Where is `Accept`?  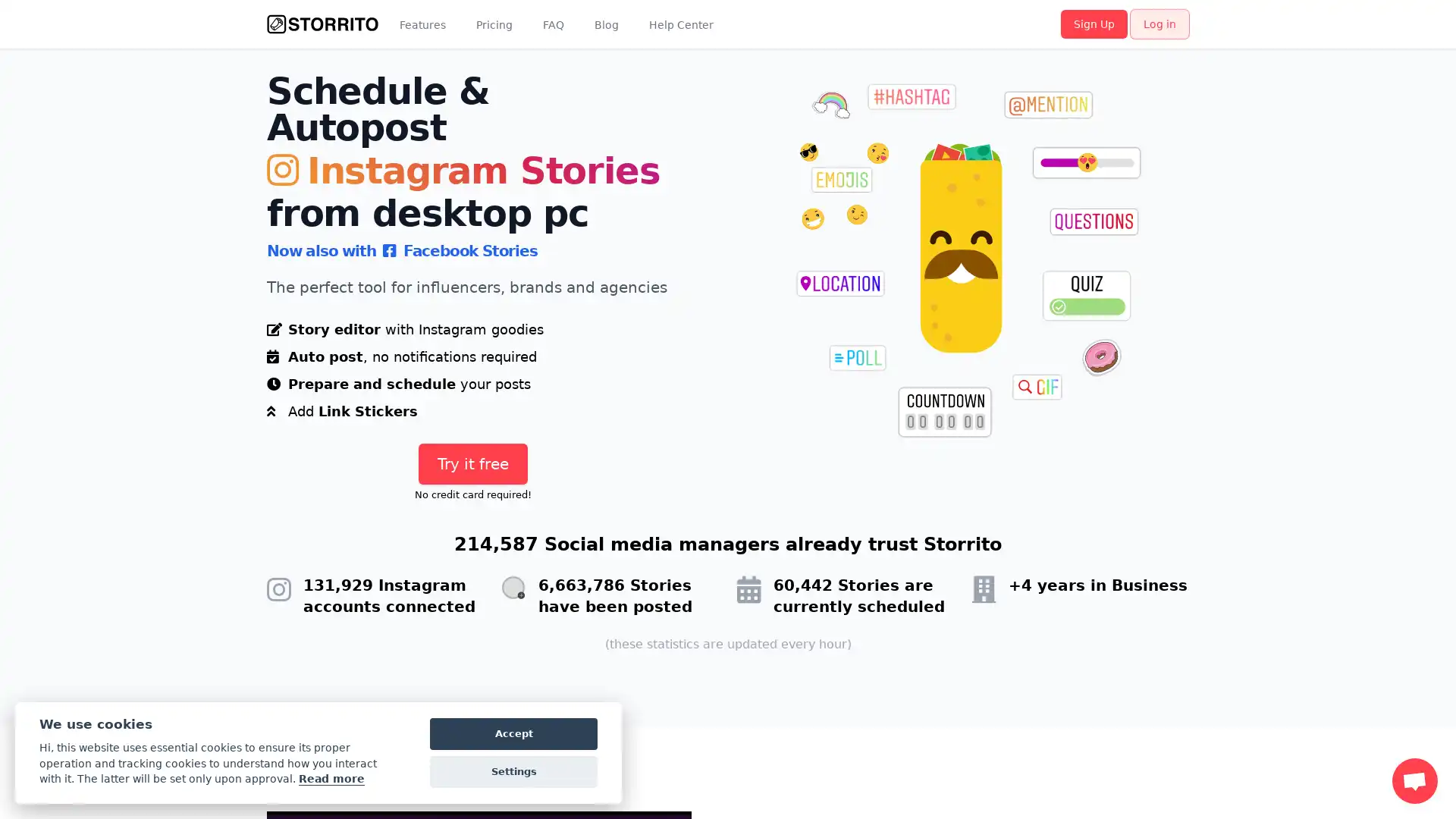
Accept is located at coordinates (513, 733).